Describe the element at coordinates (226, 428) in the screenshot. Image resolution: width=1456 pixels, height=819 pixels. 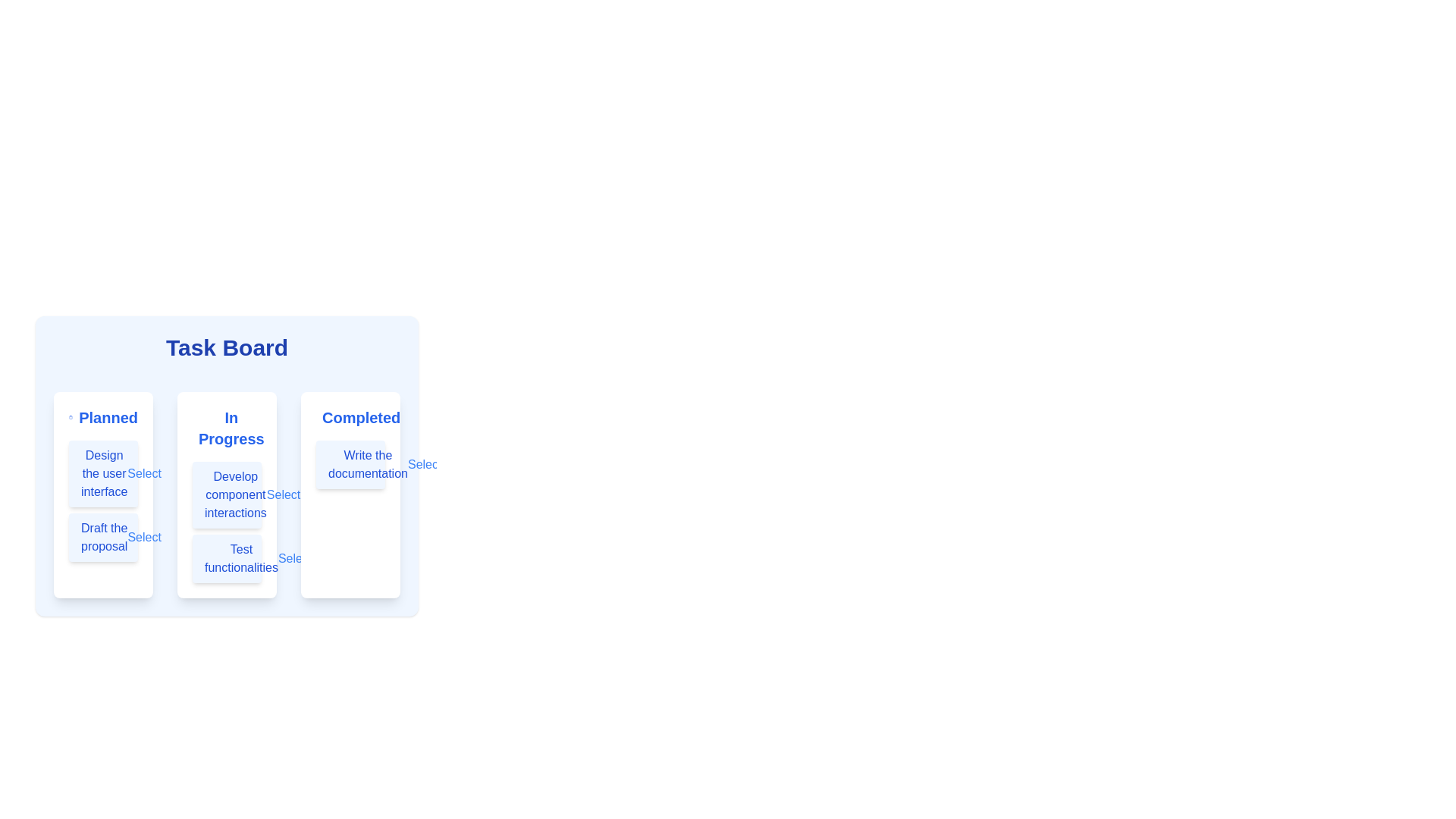
I see `the 'In Progress' text label that serves as the title for the middle column on the task board interface` at that location.